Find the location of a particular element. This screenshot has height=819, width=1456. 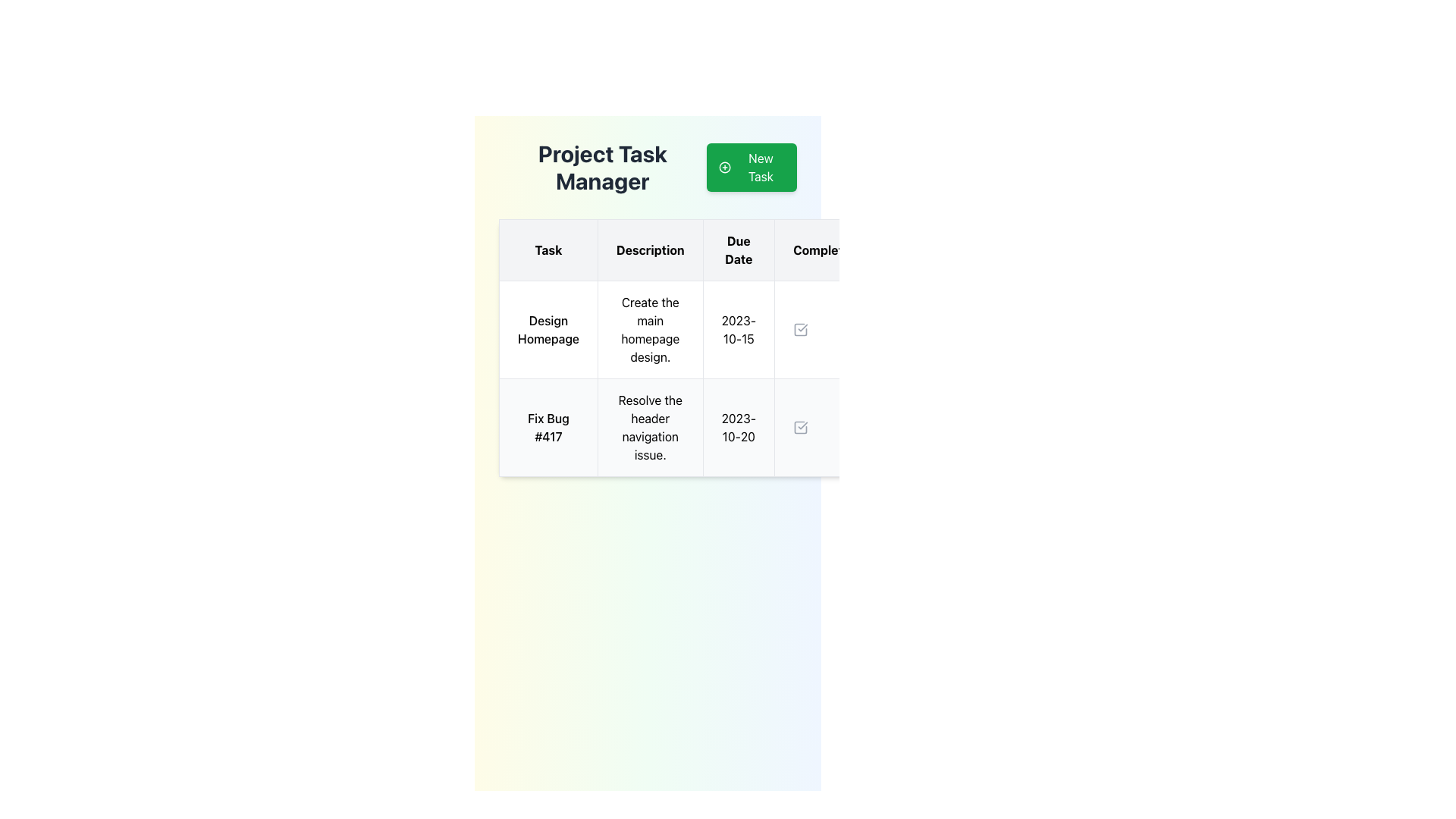

the checkbox icon resembling a square with a tick mark inside, located in the 'Complete' column of the second row of the 'Project Task Manager' interface to mark the task as complete is located at coordinates (800, 427).